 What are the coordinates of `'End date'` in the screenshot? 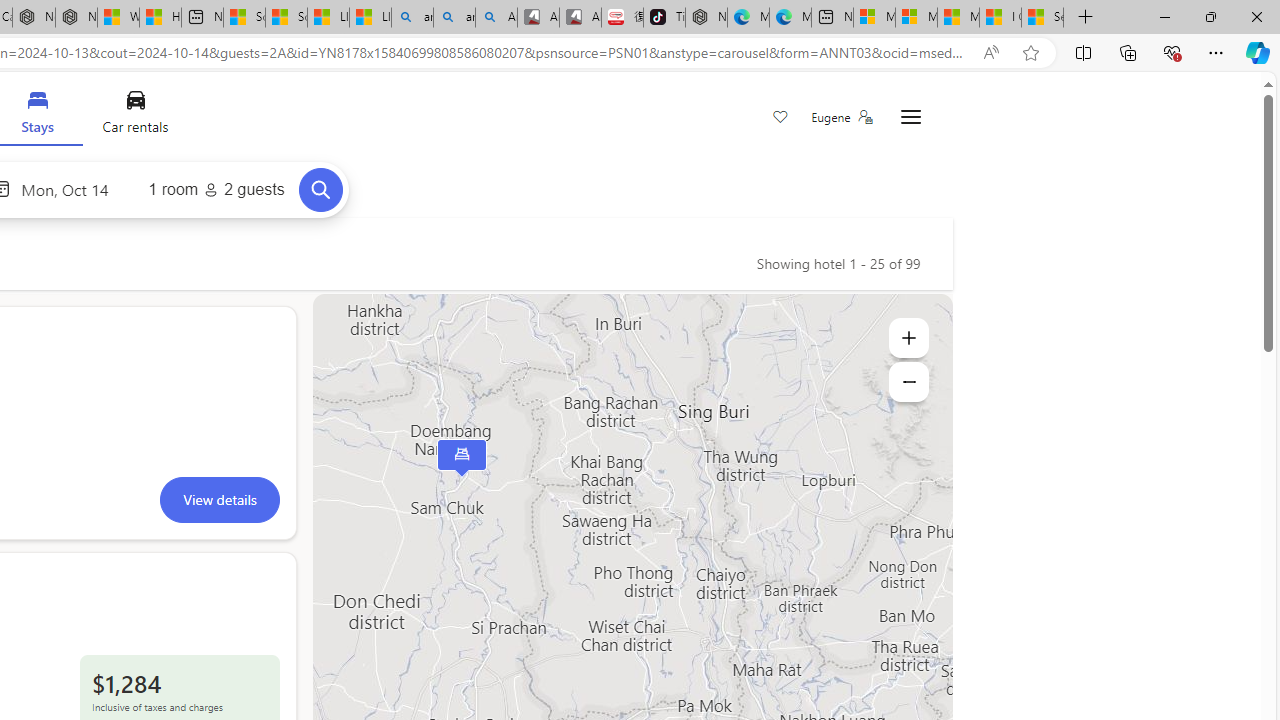 It's located at (70, 189).